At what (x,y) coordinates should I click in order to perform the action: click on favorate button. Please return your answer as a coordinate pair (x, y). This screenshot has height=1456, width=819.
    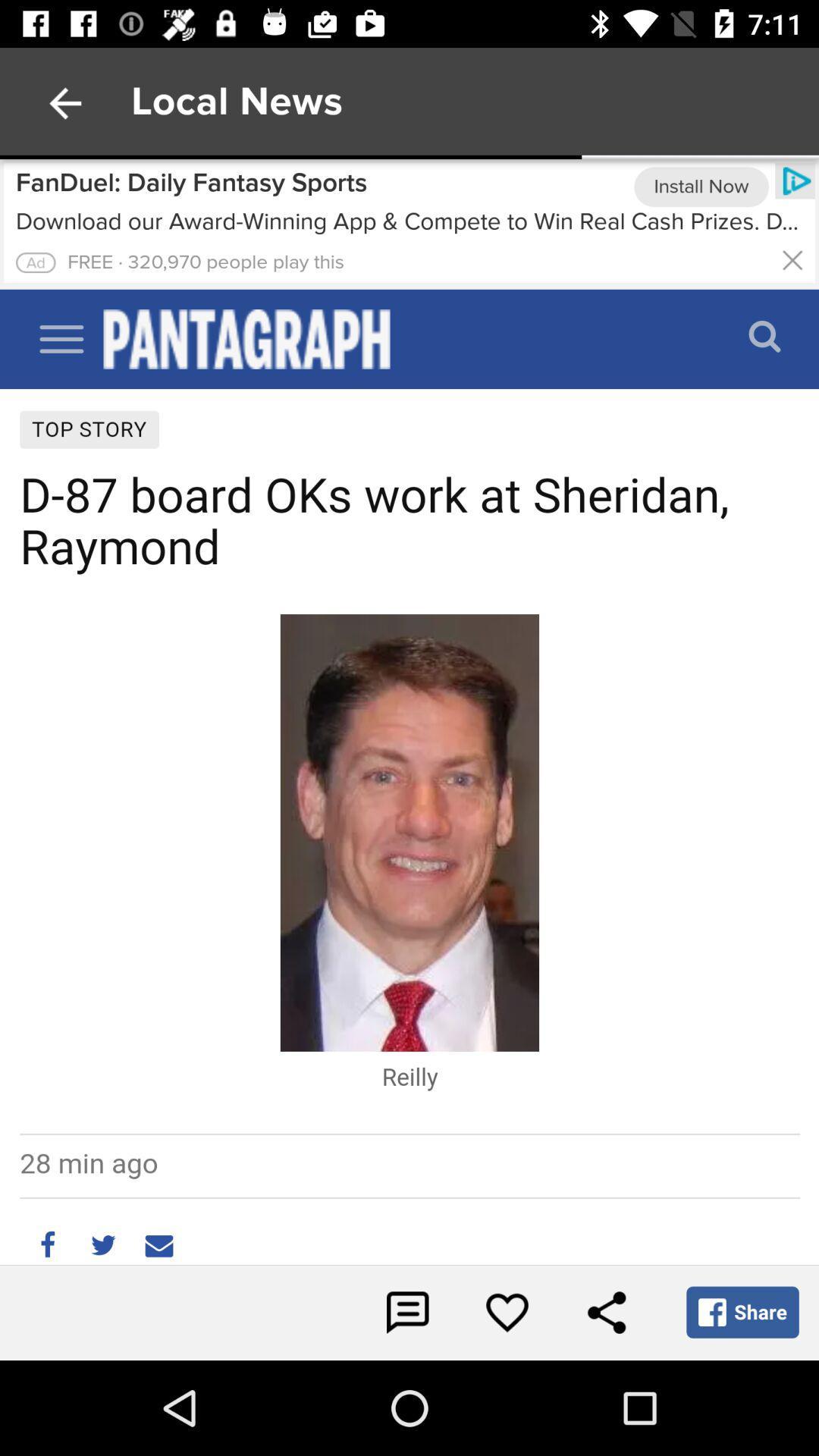
    Looking at the image, I should click on (507, 1312).